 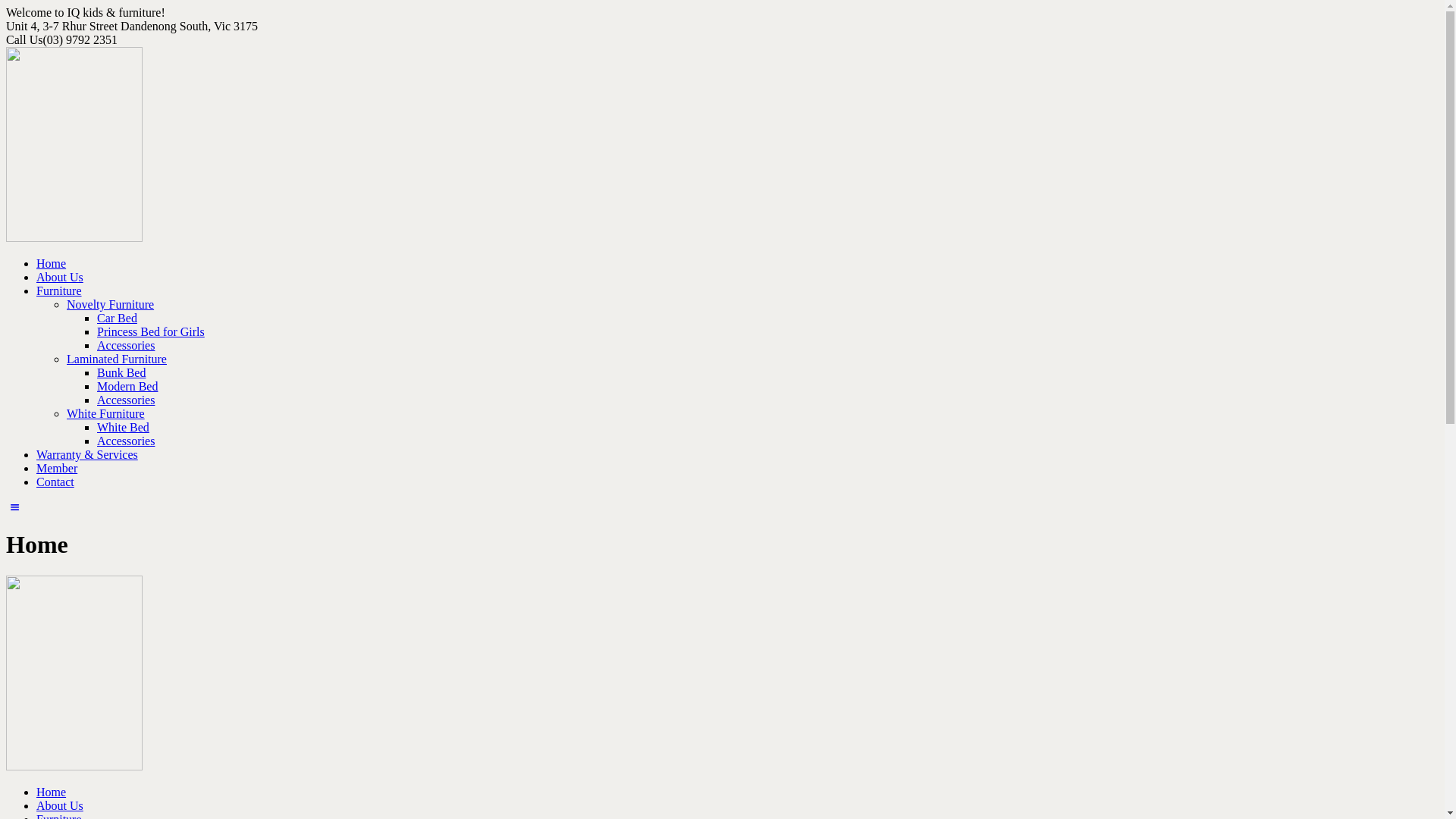 What do you see at coordinates (36, 277) in the screenshot?
I see `'About Us'` at bounding box center [36, 277].